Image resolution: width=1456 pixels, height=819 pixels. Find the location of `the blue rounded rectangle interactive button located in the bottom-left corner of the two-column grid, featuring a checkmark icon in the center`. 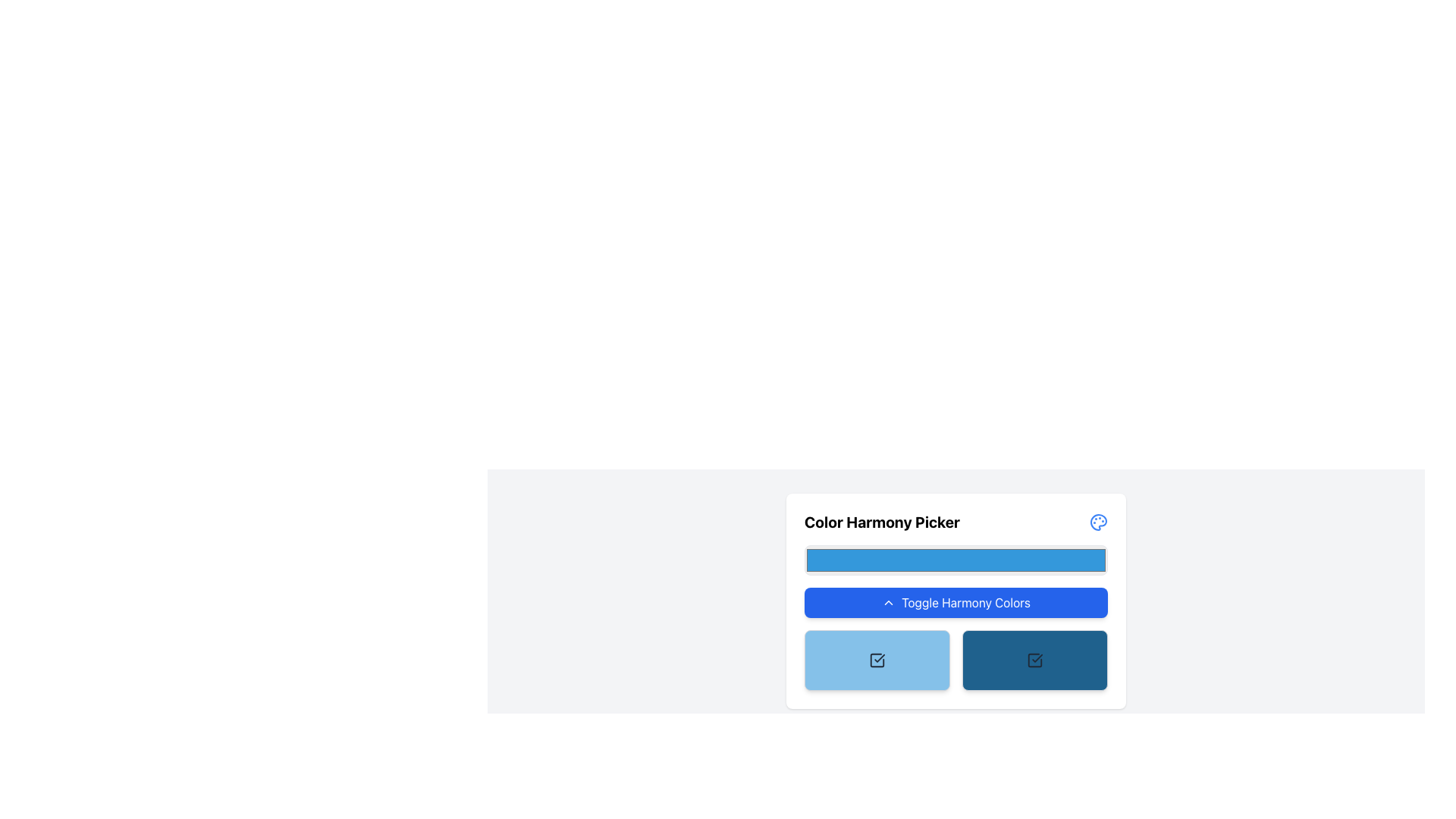

the blue rounded rectangle interactive button located in the bottom-left corner of the two-column grid, featuring a checkmark icon in the center is located at coordinates (877, 660).